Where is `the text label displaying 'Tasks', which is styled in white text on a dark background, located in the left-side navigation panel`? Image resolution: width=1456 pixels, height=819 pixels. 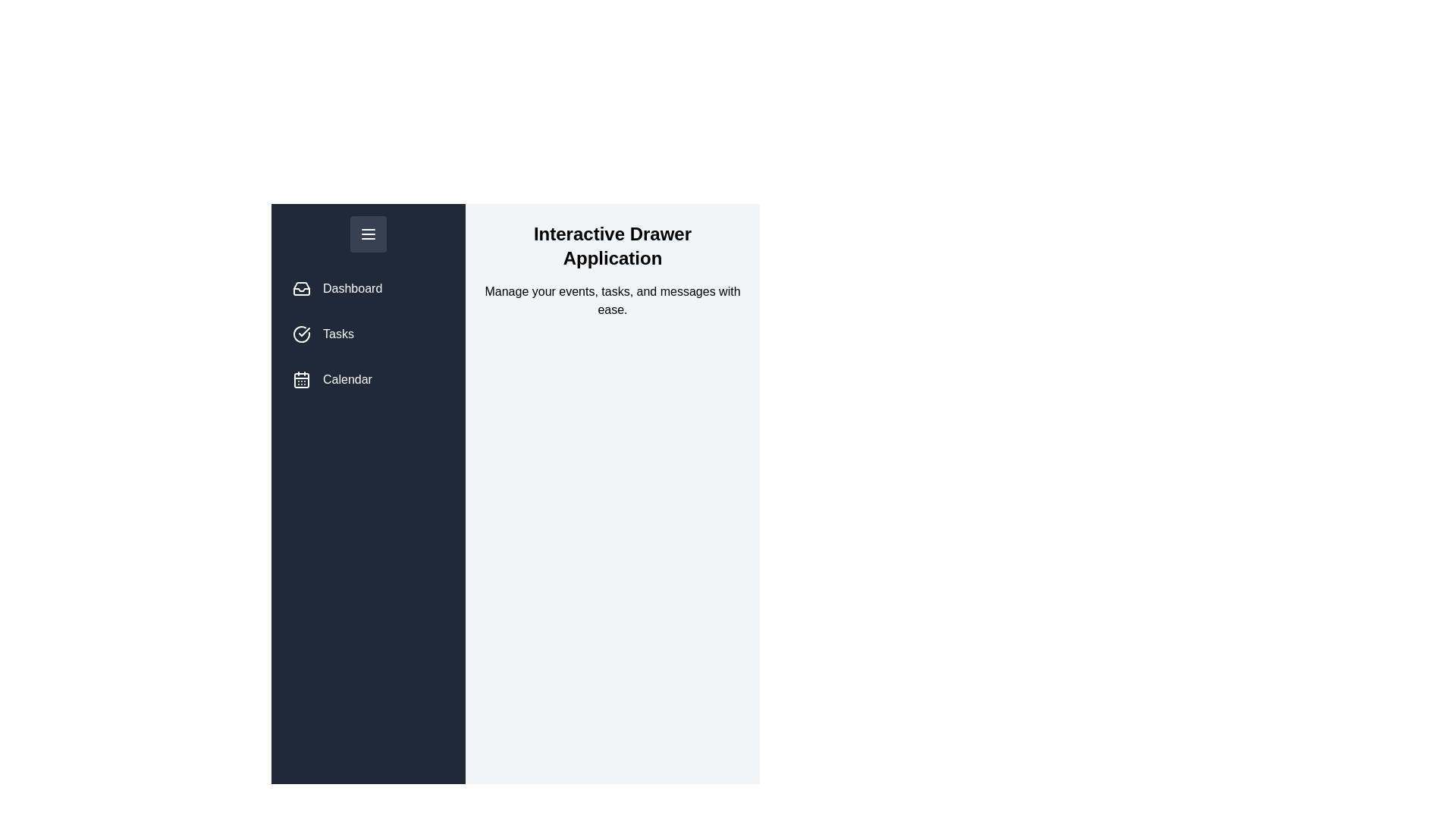 the text label displaying 'Tasks', which is styled in white text on a dark background, located in the left-side navigation panel is located at coordinates (337, 333).